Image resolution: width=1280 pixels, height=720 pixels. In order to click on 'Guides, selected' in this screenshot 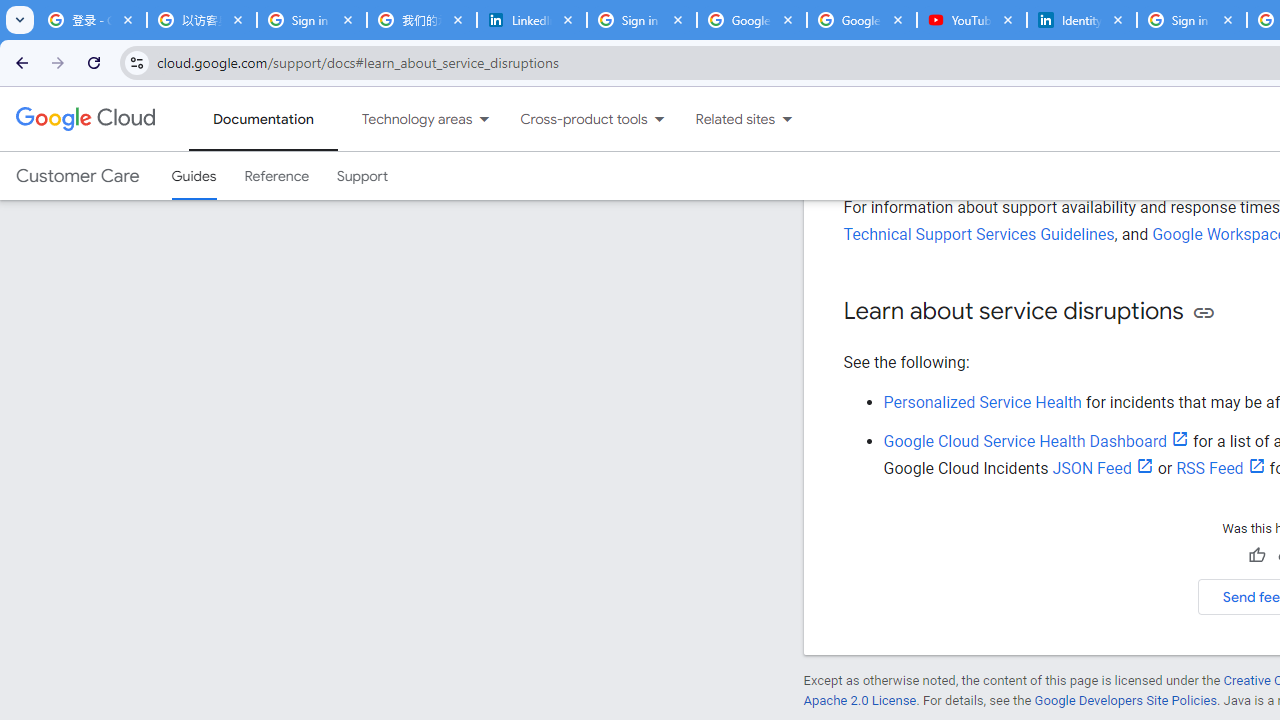, I will do `click(193, 175)`.